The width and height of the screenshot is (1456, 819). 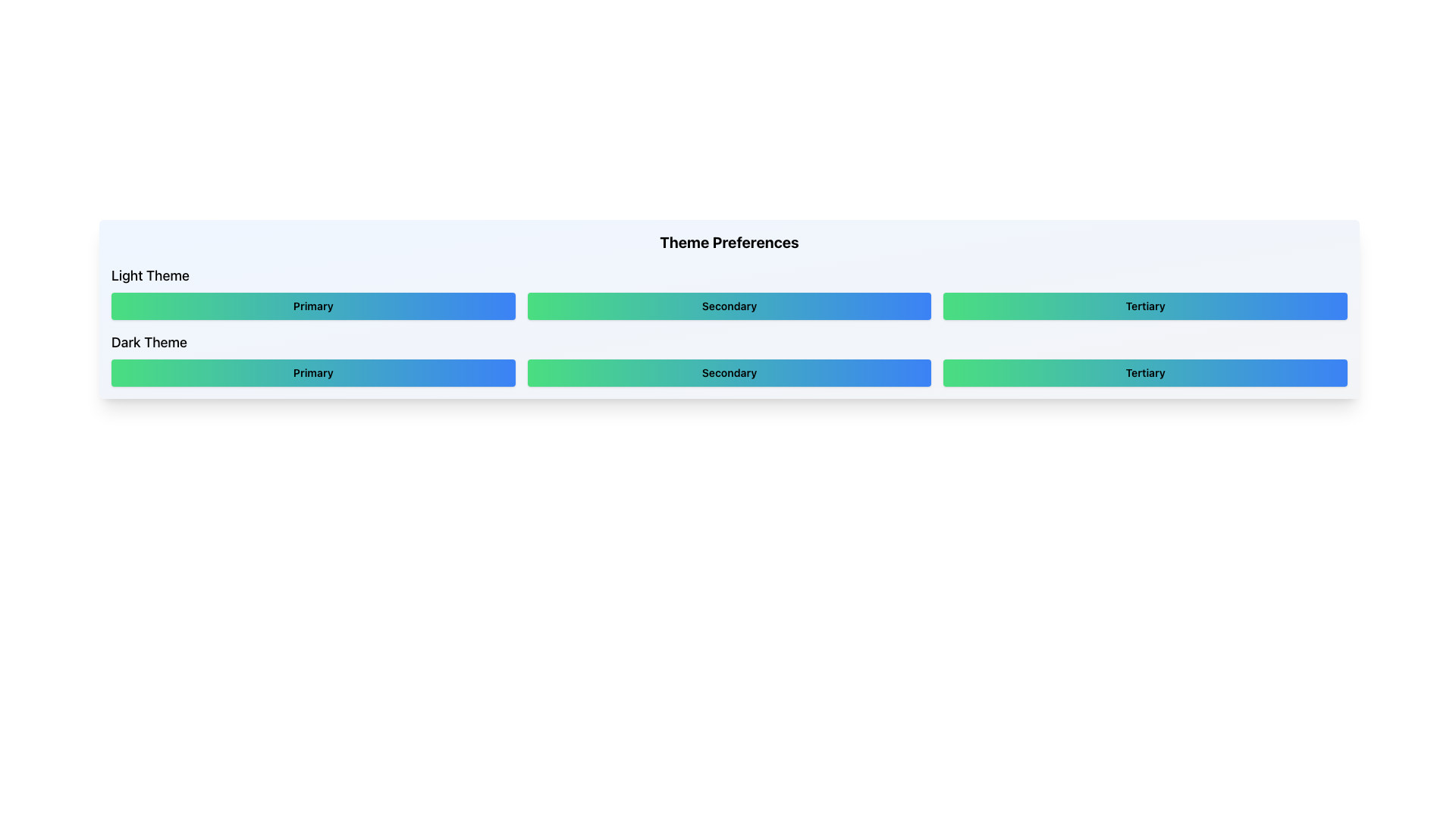 What do you see at coordinates (312, 373) in the screenshot?
I see `the primary action button for the 'Dark Theme' section` at bounding box center [312, 373].